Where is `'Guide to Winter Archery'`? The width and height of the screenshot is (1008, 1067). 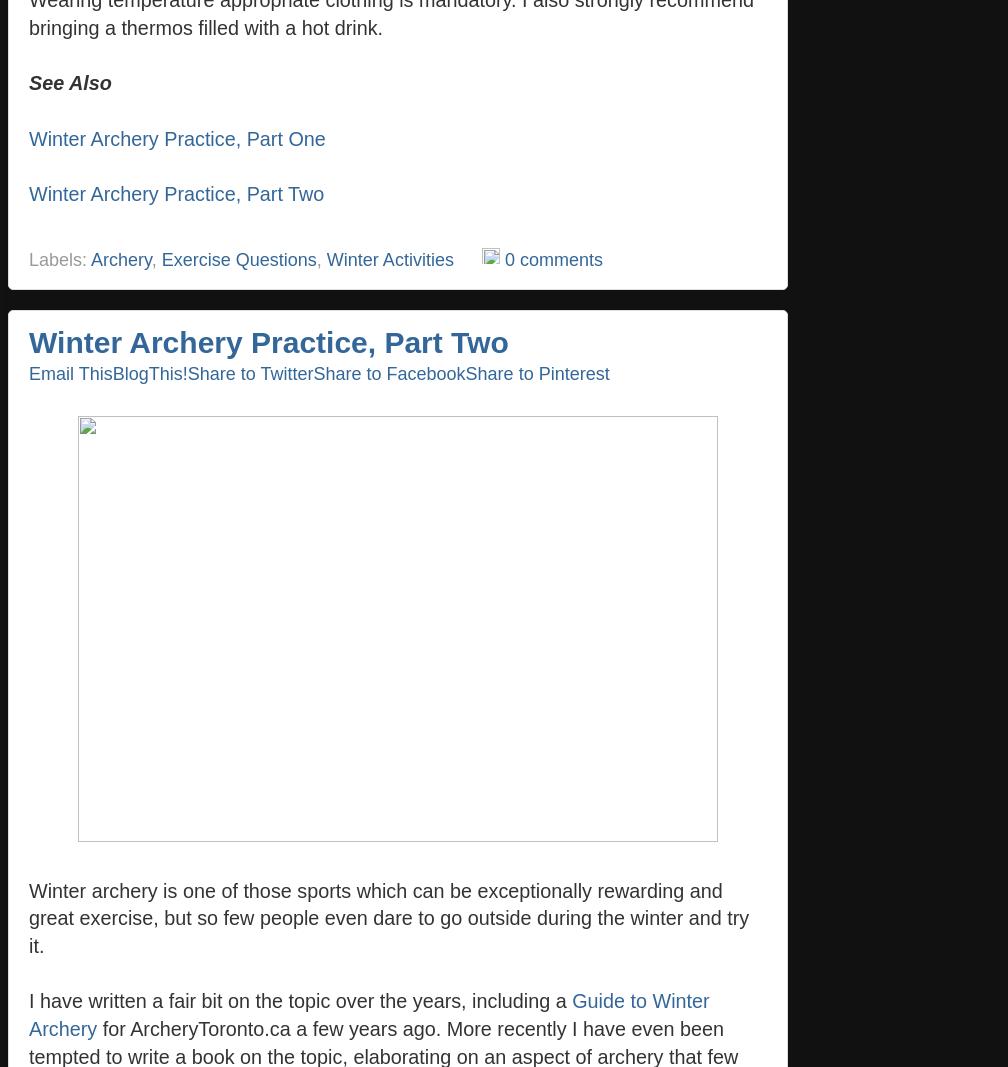
'Guide to Winter Archery' is located at coordinates (369, 1015).